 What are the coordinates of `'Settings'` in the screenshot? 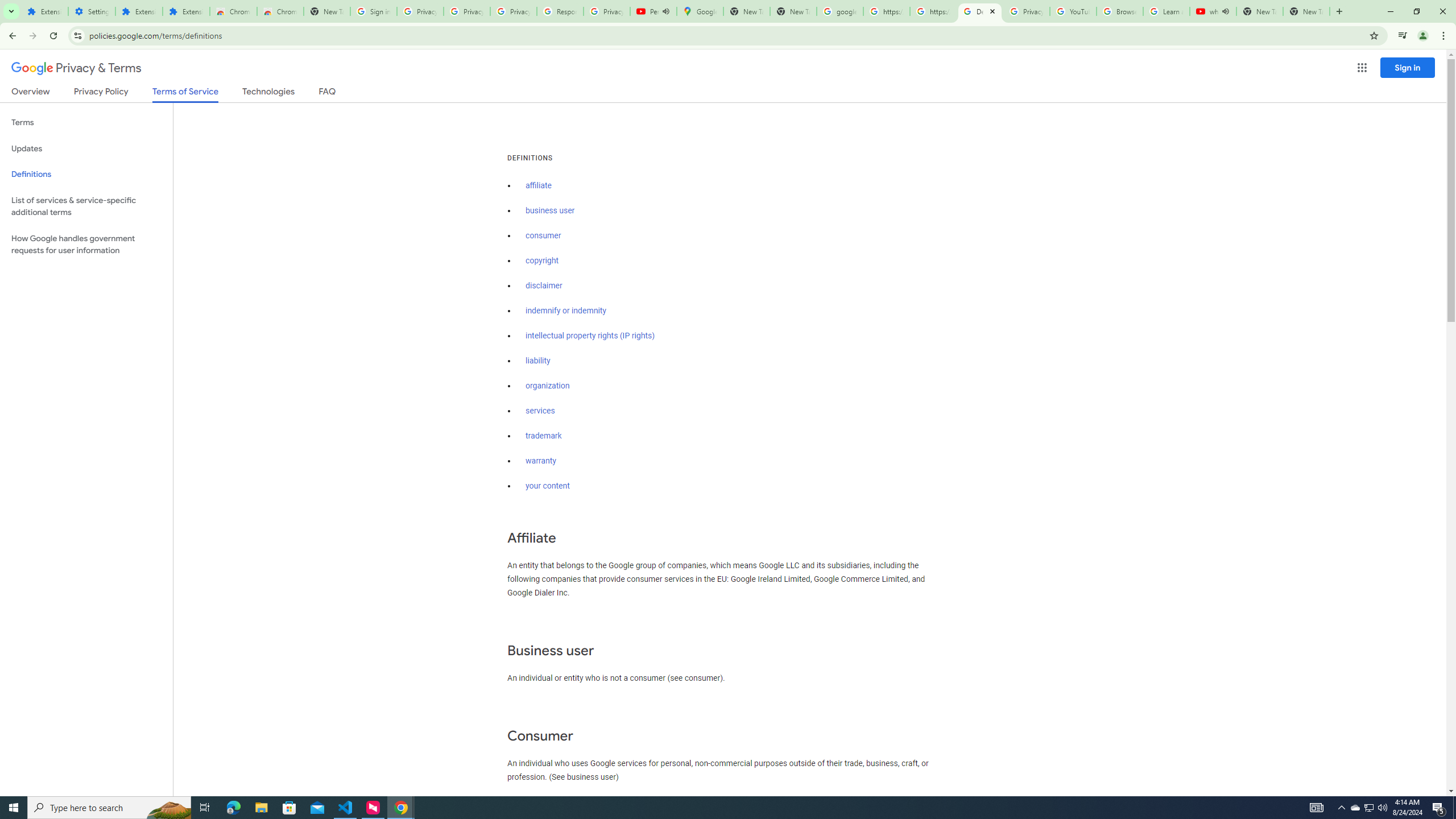 It's located at (91, 11).